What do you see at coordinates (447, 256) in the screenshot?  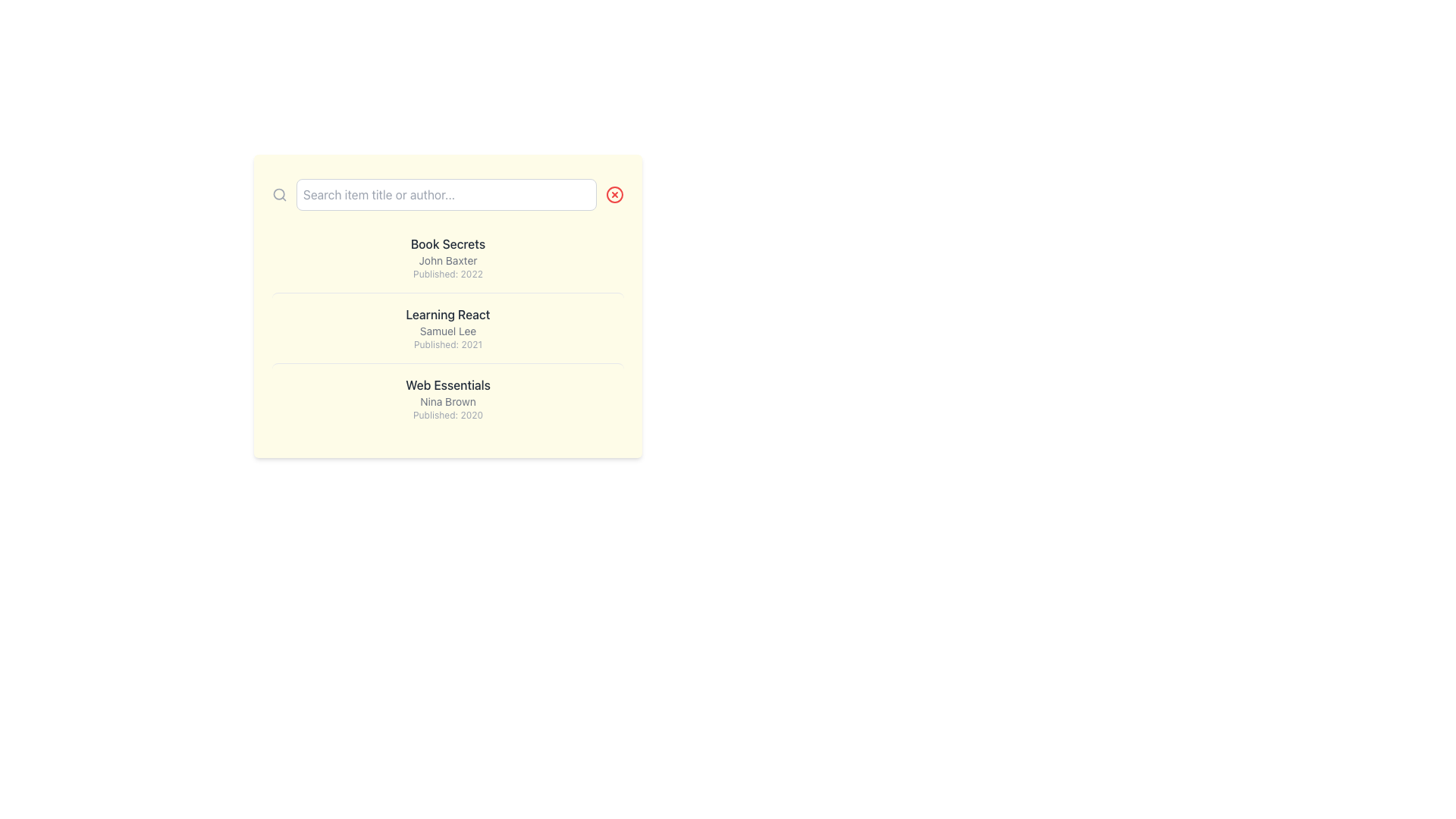 I see `the first book entry in the vertical list for a detailed view by clicking on it` at bounding box center [447, 256].